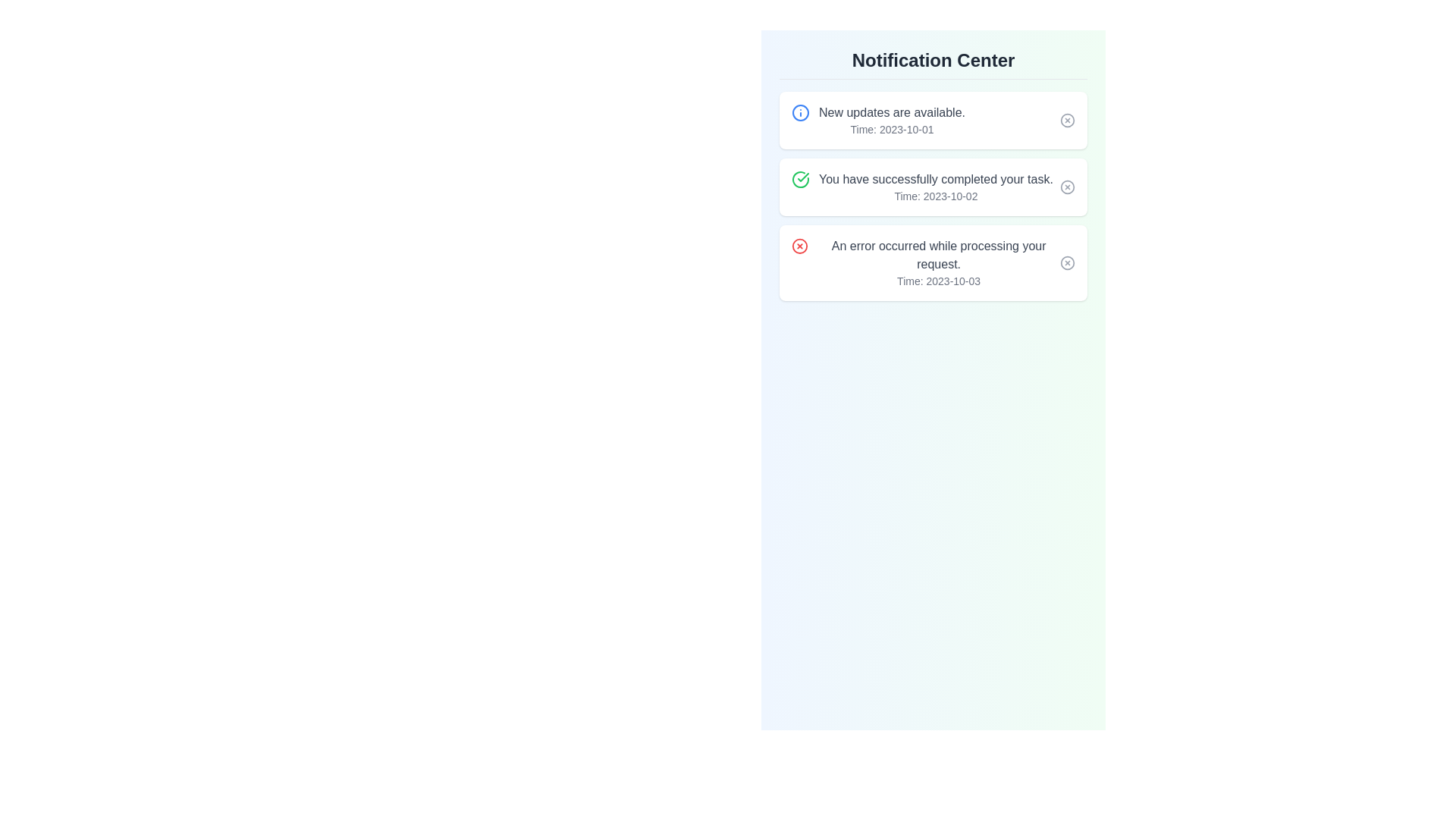 The image size is (1456, 819). I want to click on text content of the notification card that states 'New updates are available.' and 'Time: 2023-10-01', located at the top of the first notification card in the Notification Center, so click(892, 119).